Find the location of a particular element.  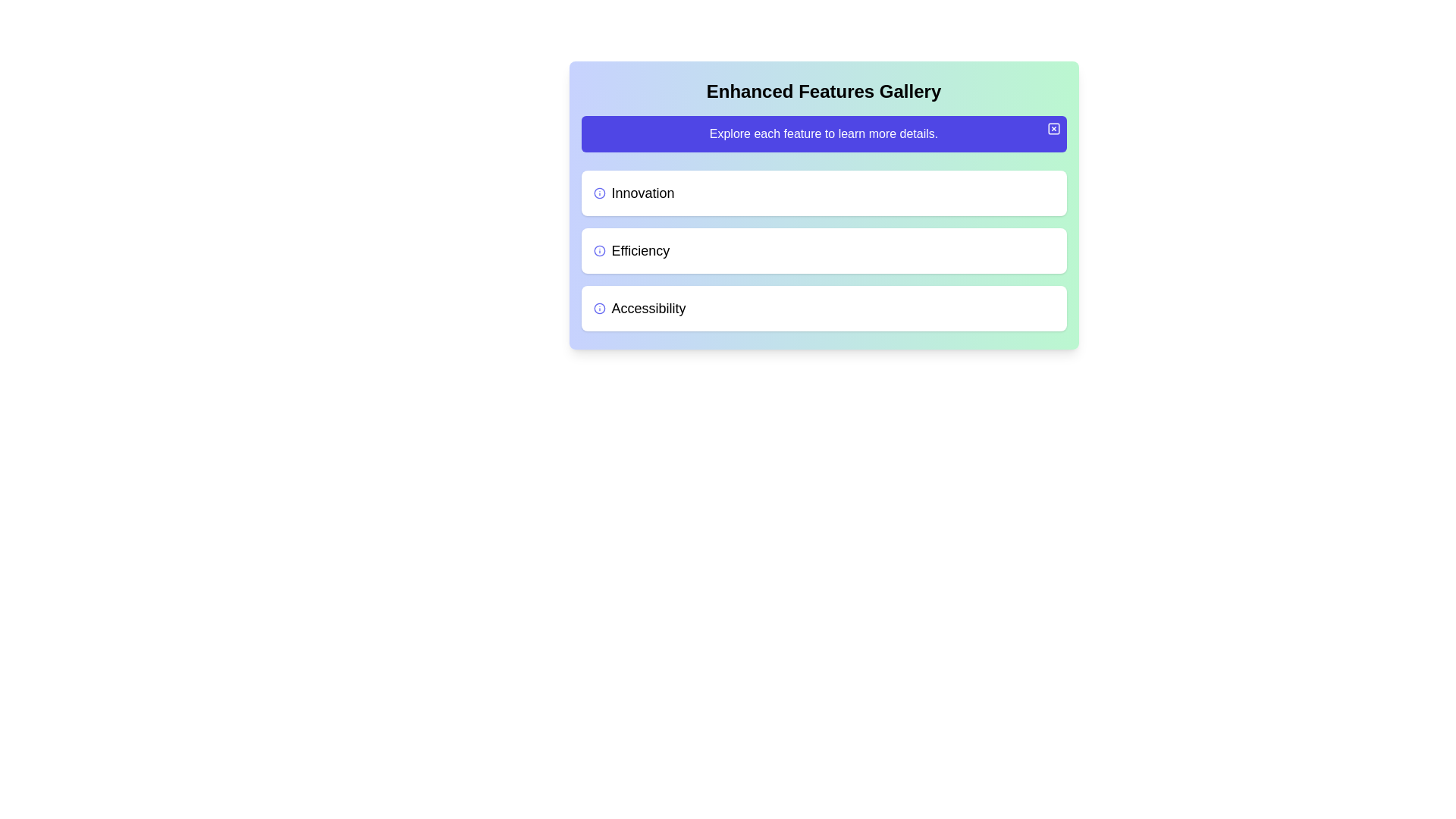

the small close button with an 'X' icon located at the top-right corner of the blue notification box is located at coordinates (1053, 127).